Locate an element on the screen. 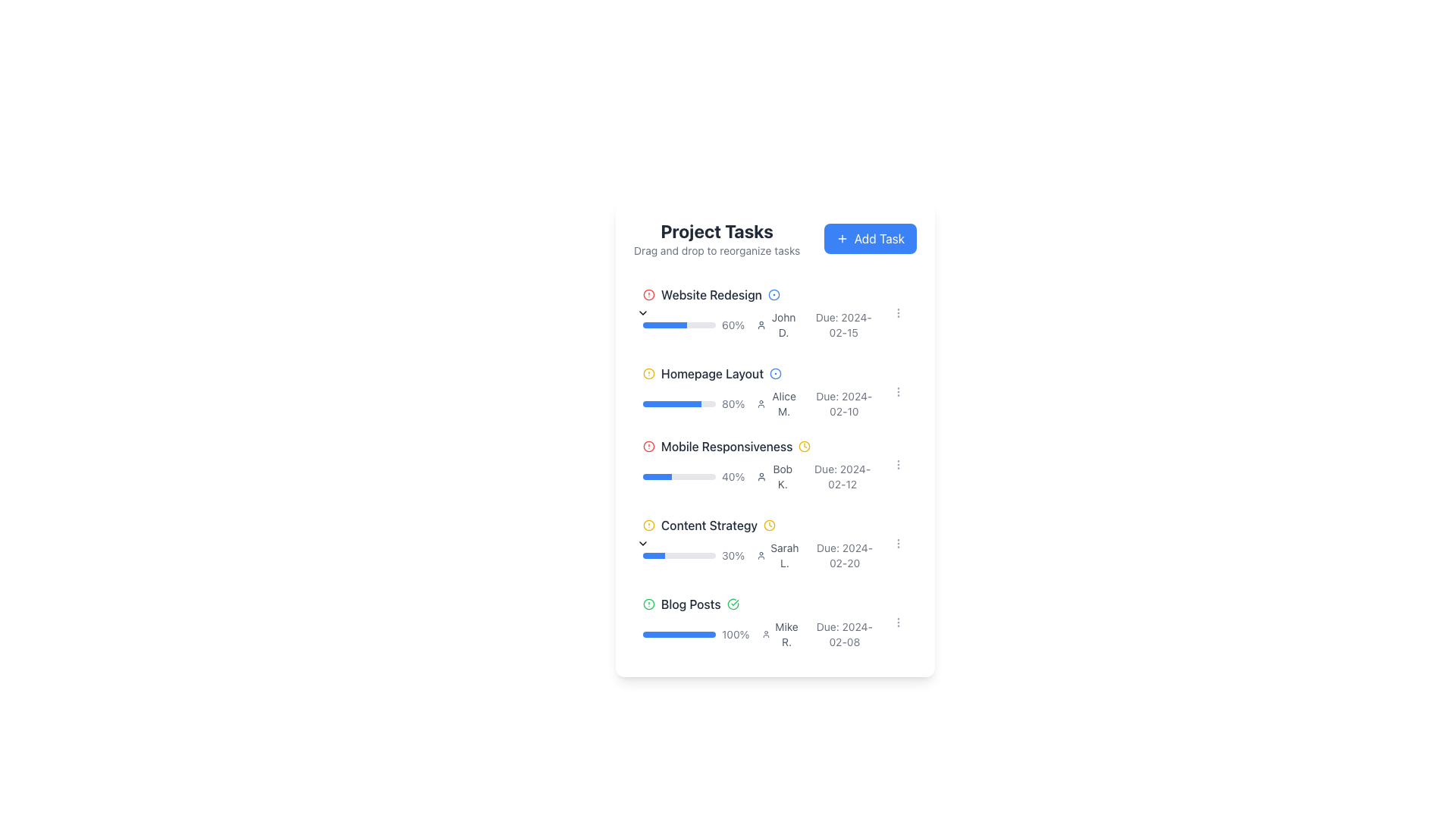 This screenshot has width=1456, height=819. the user icon resembling a human figure, which is positioned before the text 'Sarah L.' in the 'Content Strategy' row is located at coordinates (761, 555).